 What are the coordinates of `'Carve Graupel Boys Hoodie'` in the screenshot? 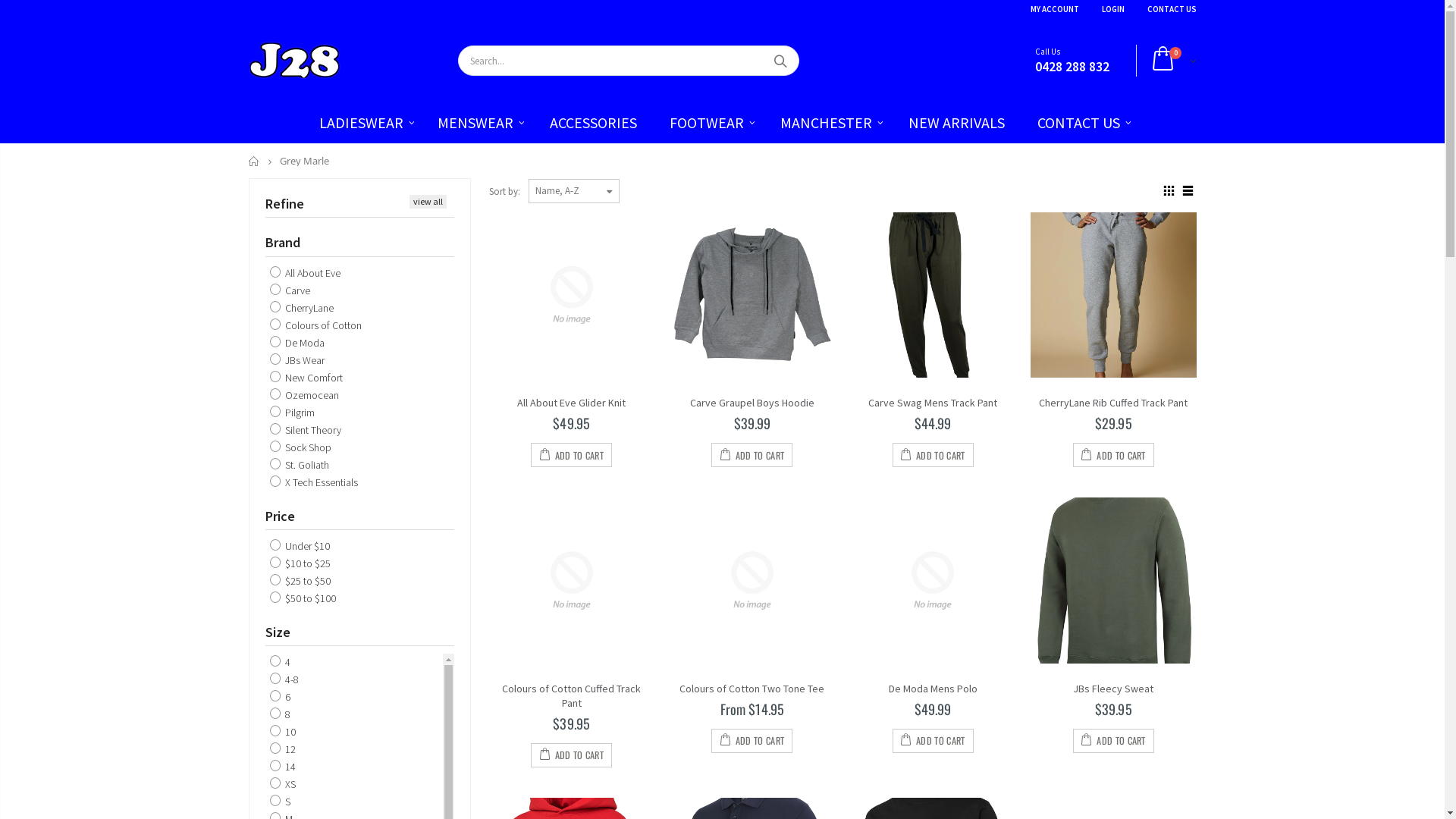 It's located at (752, 402).